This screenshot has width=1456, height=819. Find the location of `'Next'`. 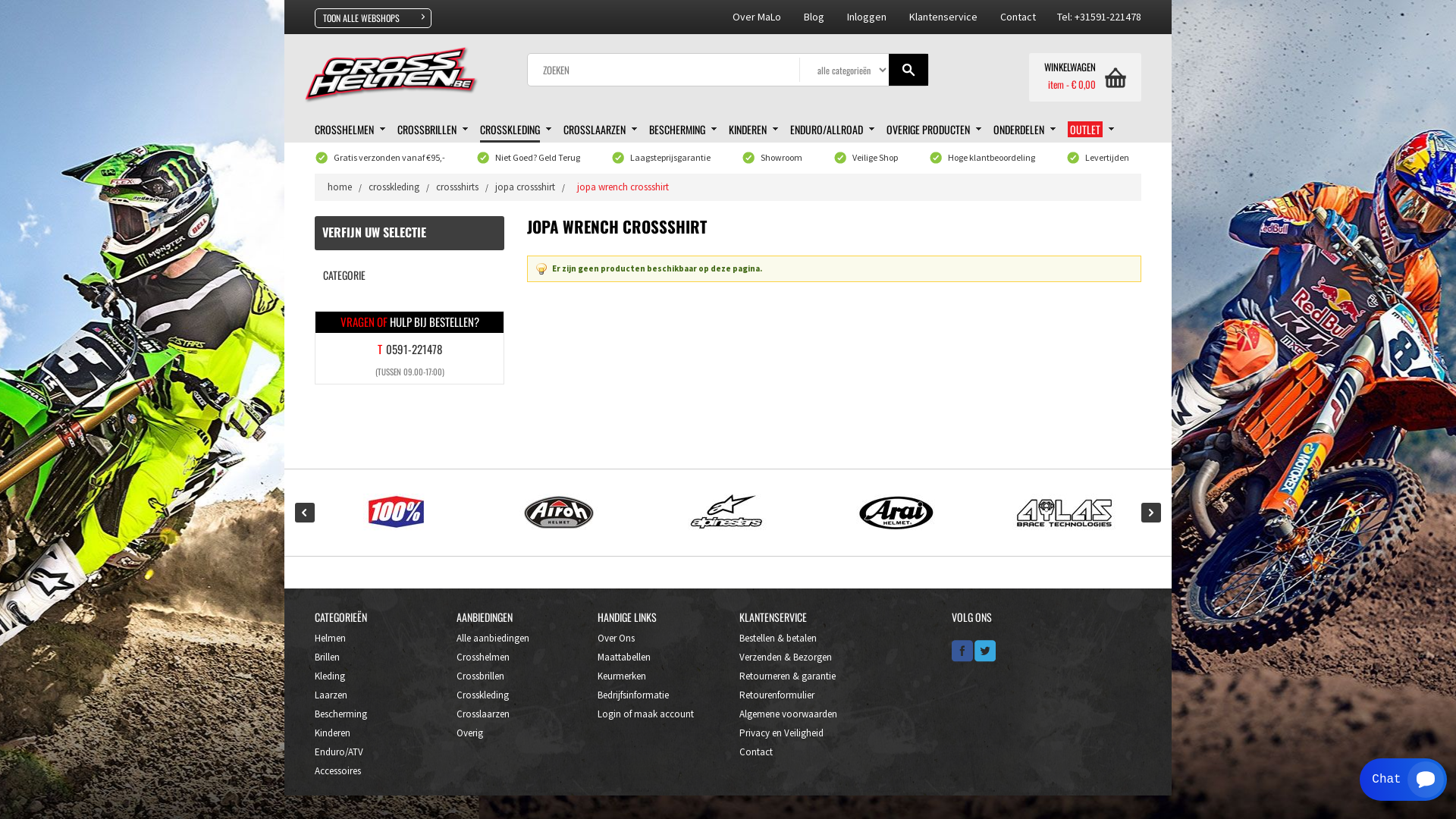

'Next' is located at coordinates (1141, 512).